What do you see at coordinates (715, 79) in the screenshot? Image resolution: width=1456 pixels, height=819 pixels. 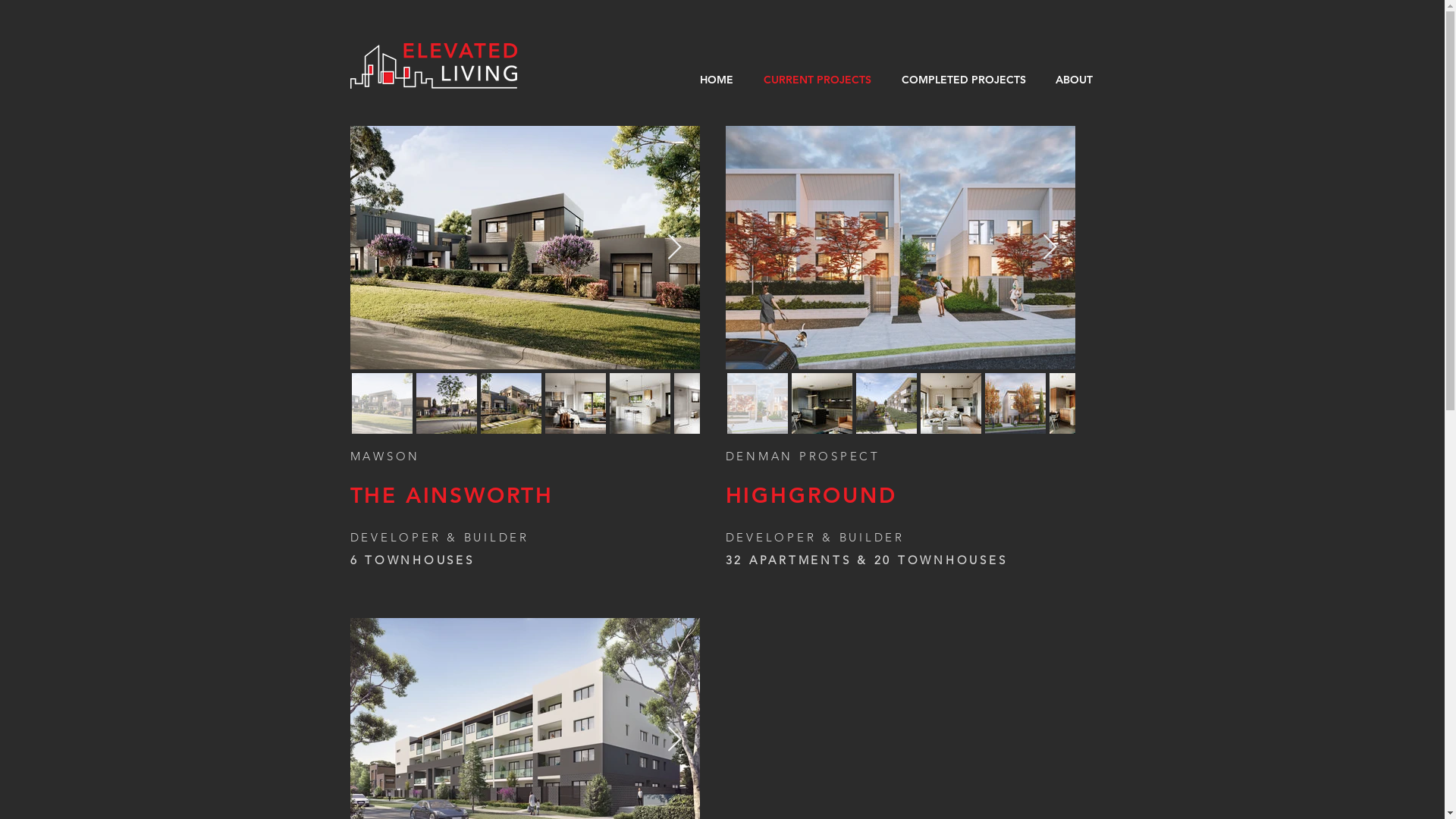 I see `'HOME'` at bounding box center [715, 79].